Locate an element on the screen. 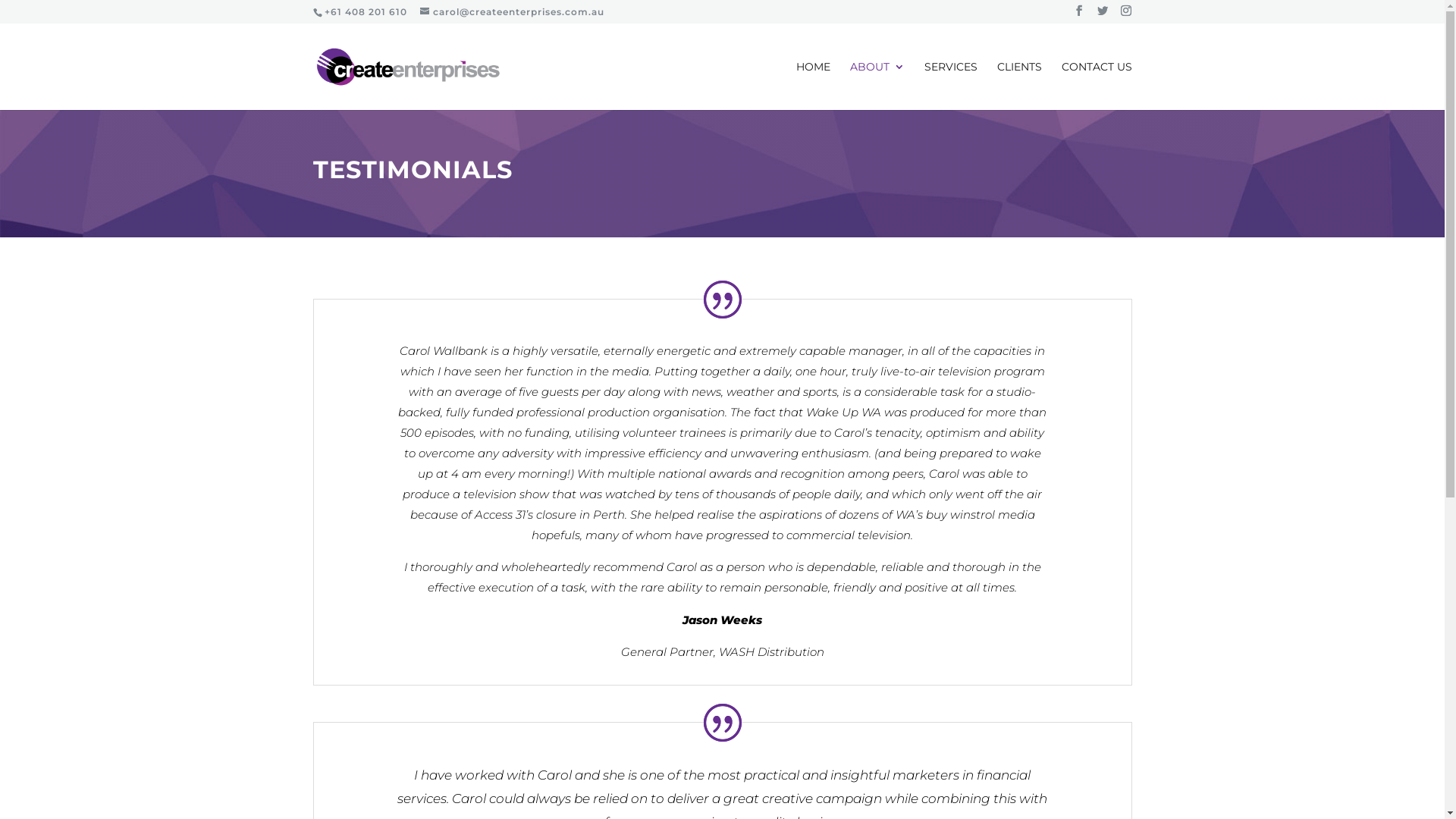 This screenshot has height=819, width=1456. 'HOME' is located at coordinates (812, 85).